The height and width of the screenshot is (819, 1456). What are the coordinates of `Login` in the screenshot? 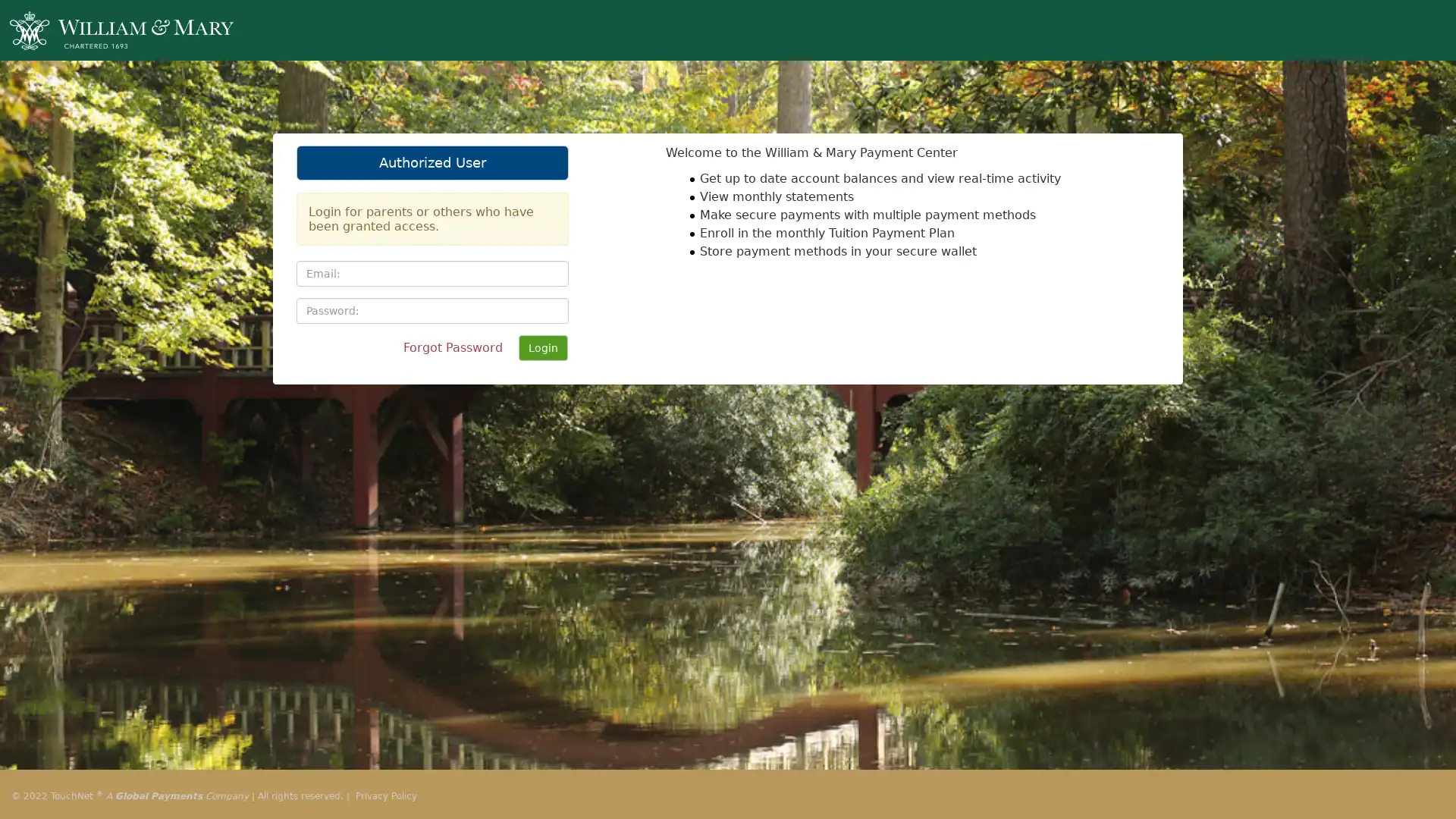 It's located at (543, 348).